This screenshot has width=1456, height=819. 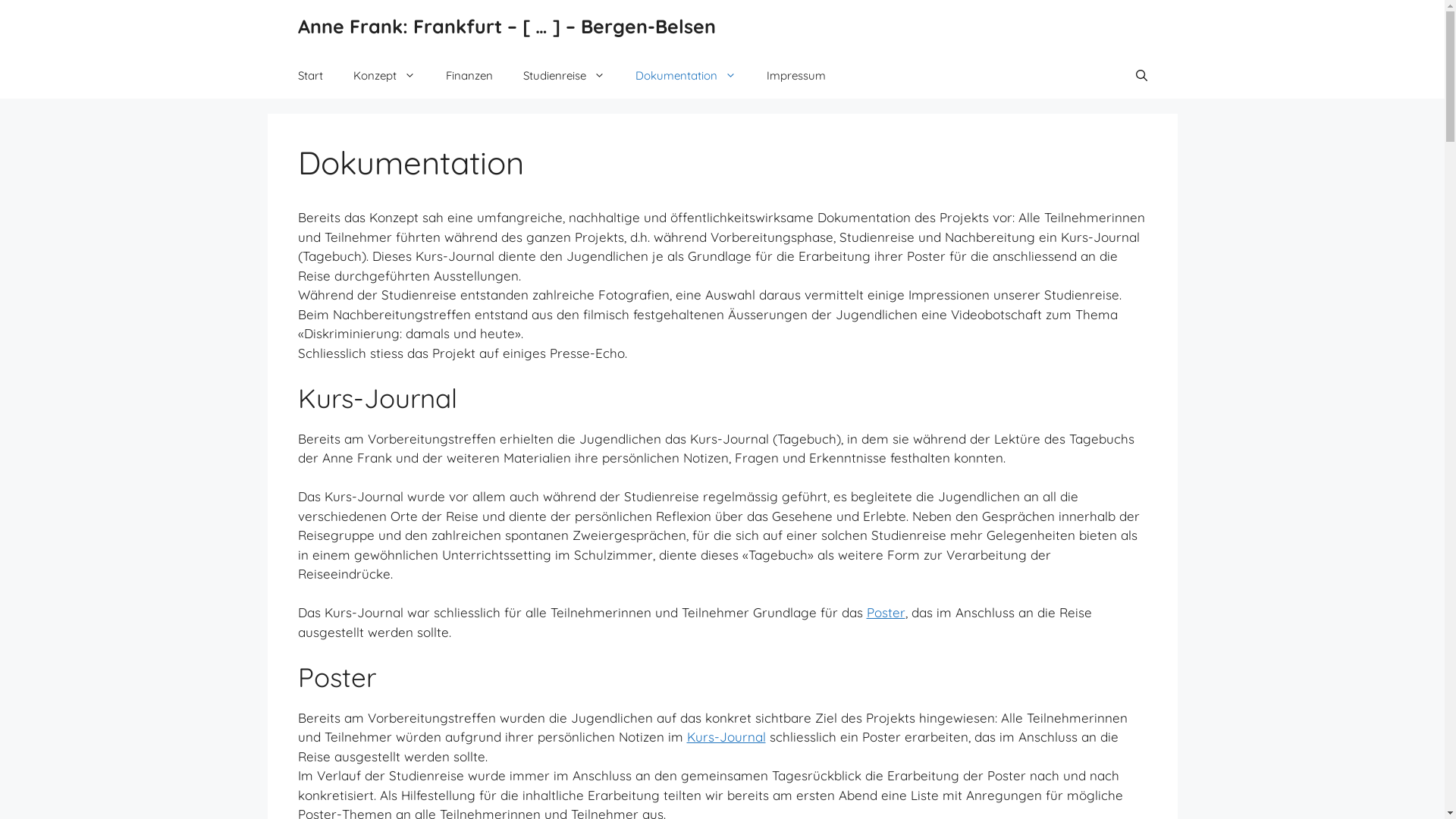 What do you see at coordinates (885, 611) in the screenshot?
I see `'Poster'` at bounding box center [885, 611].